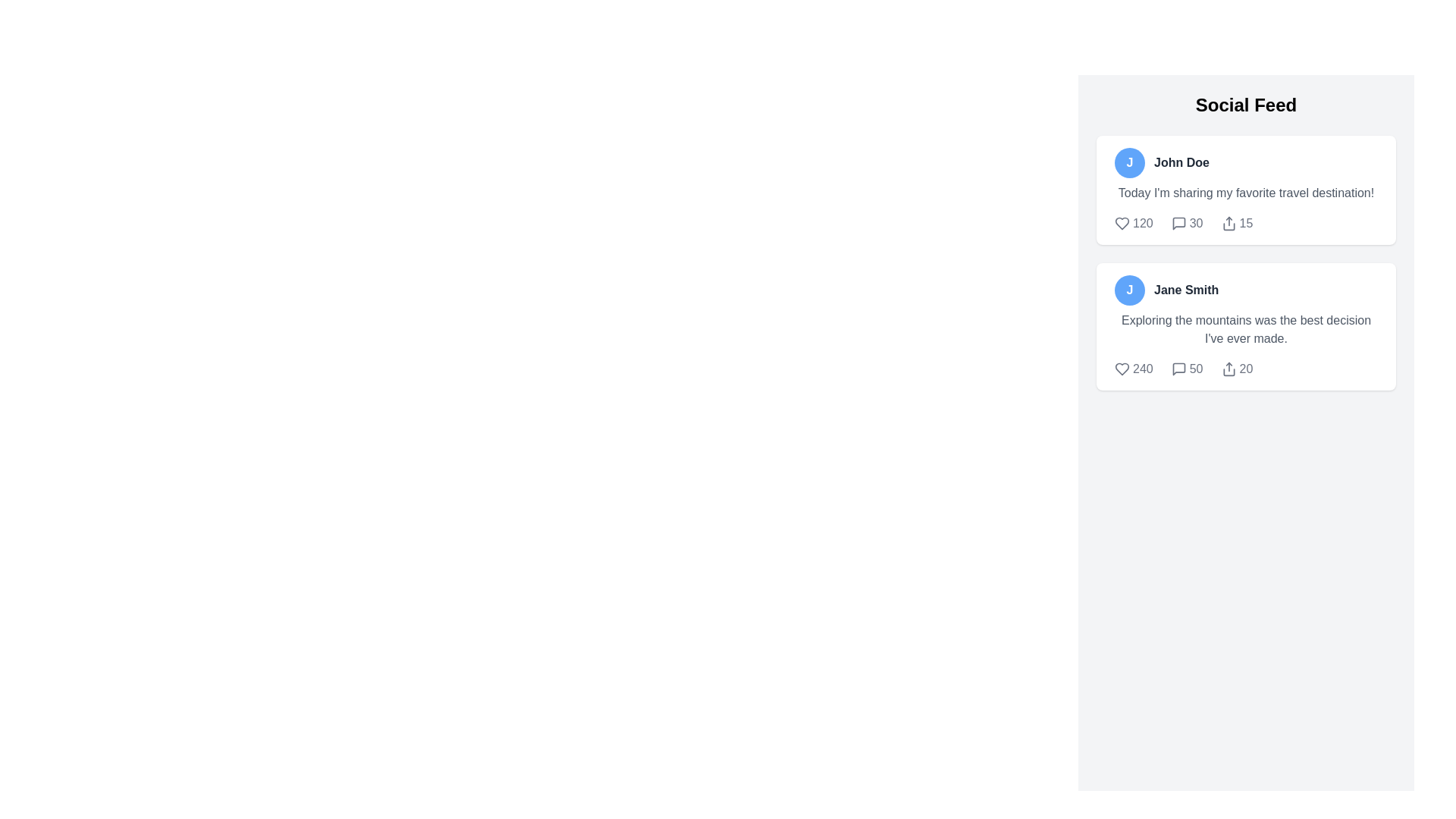 The height and width of the screenshot is (819, 1456). What do you see at coordinates (1246, 369) in the screenshot?
I see `the text label displaying the numerical value '20', which is styled in gray and is the last element in a horizontal list of three text-icon pairs at the bottom of a post by 'Jane Smith'` at bounding box center [1246, 369].